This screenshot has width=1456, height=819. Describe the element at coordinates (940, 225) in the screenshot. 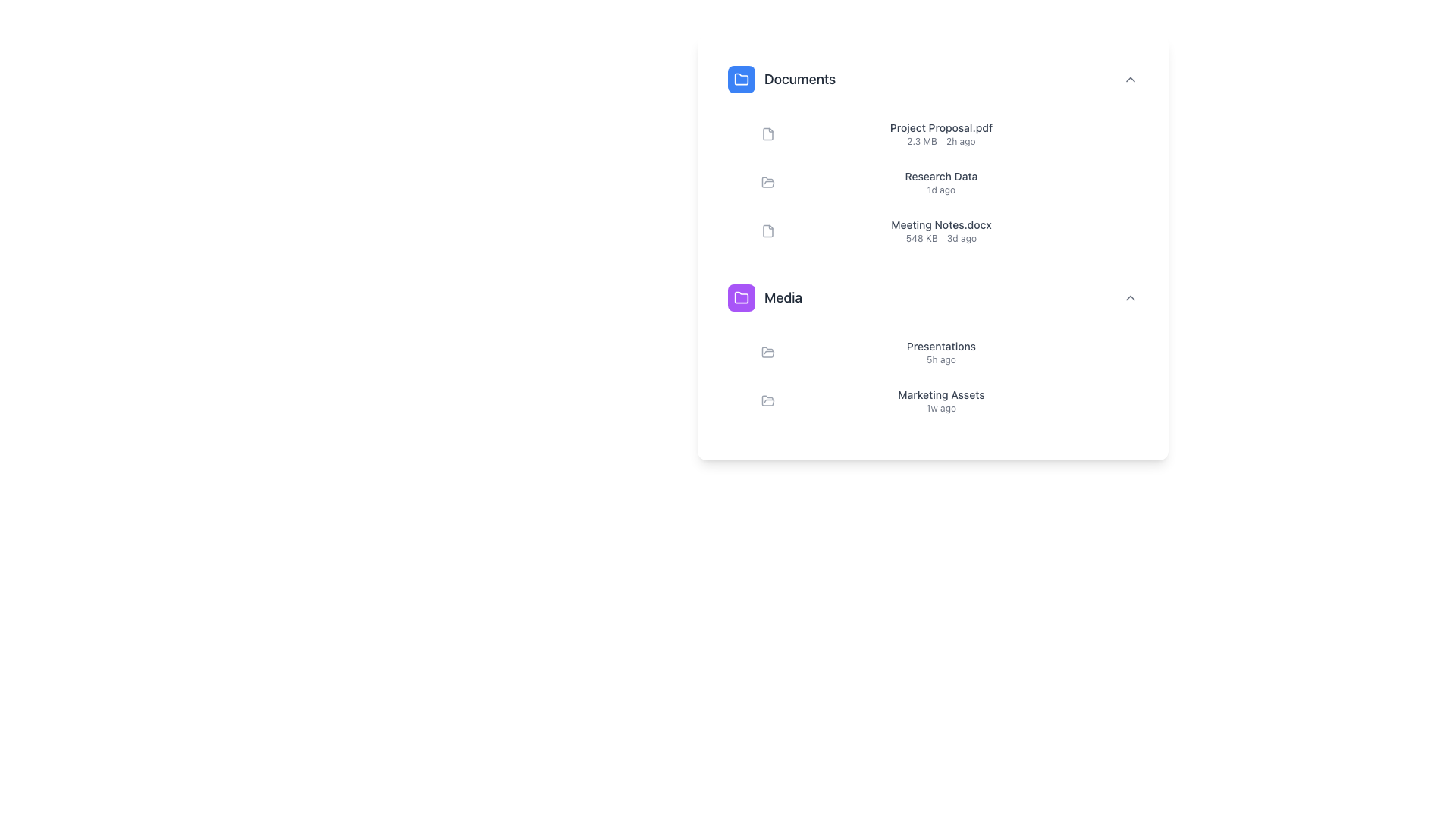

I see `the File label or description text located in the third position under the 'Documents' category` at that location.